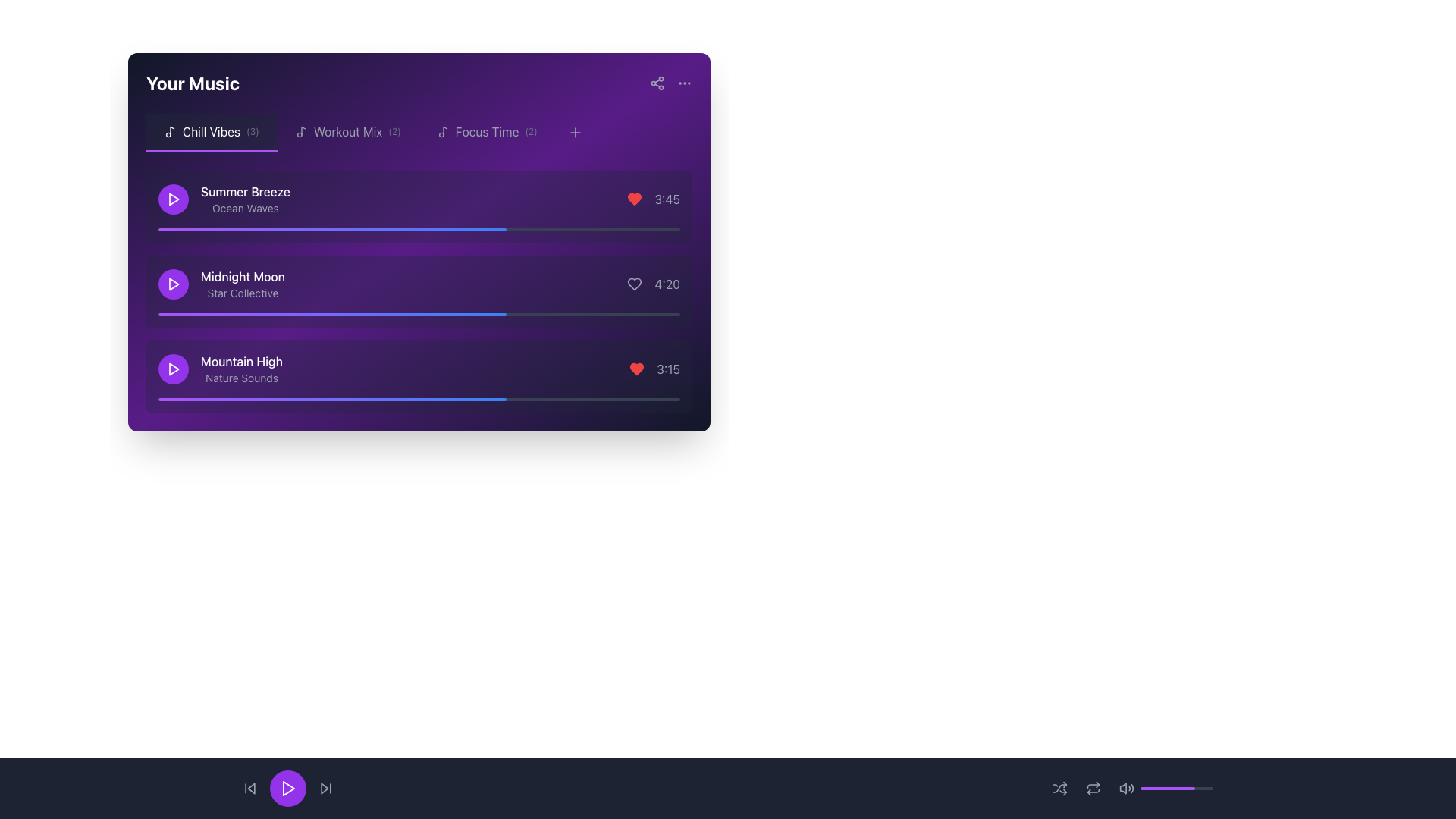 The width and height of the screenshot is (1456, 819). I want to click on the progress bar, so click(596, 314).